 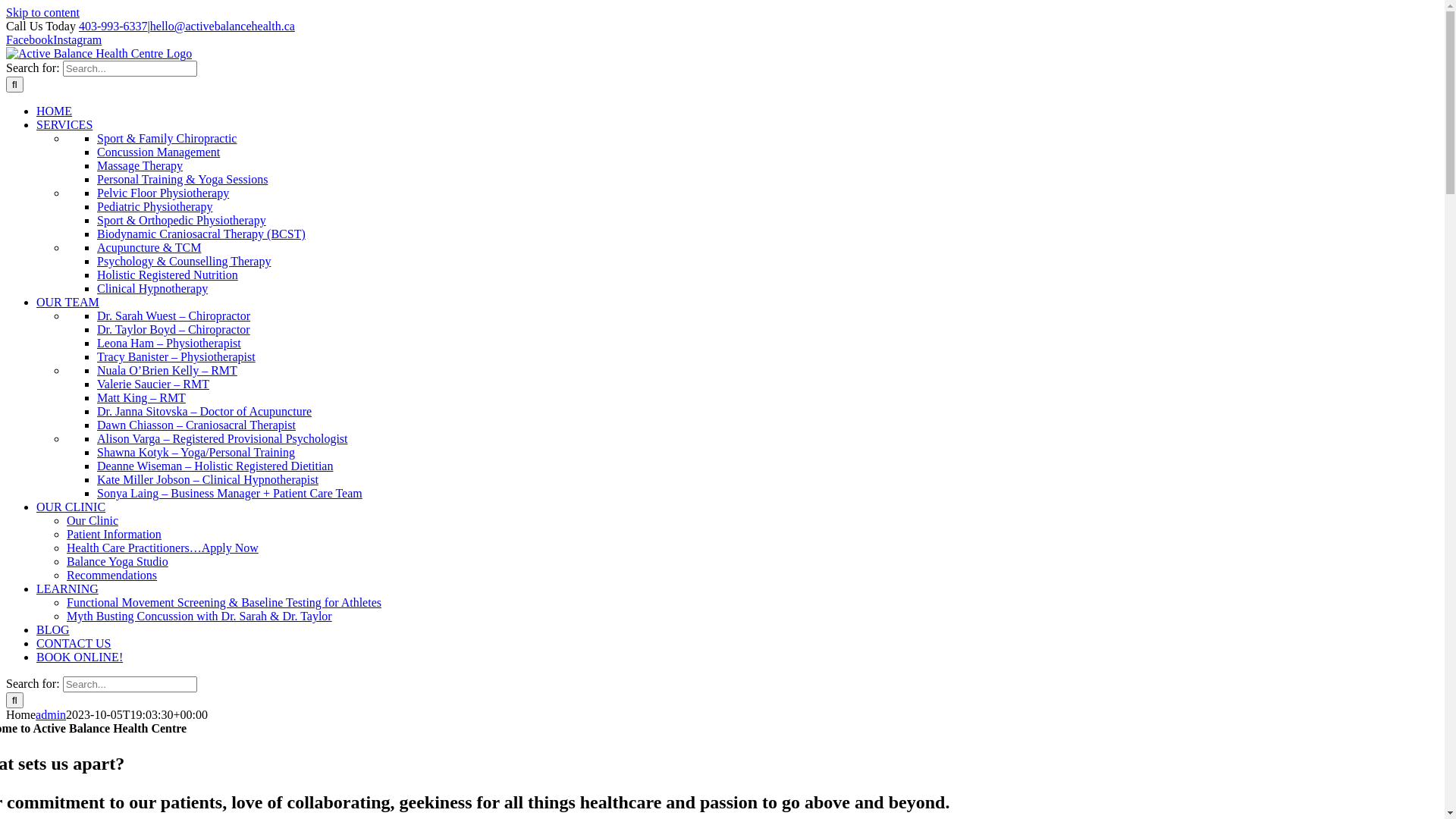 I want to click on 'hello@activebalancehealth.ca', so click(x=221, y=26).